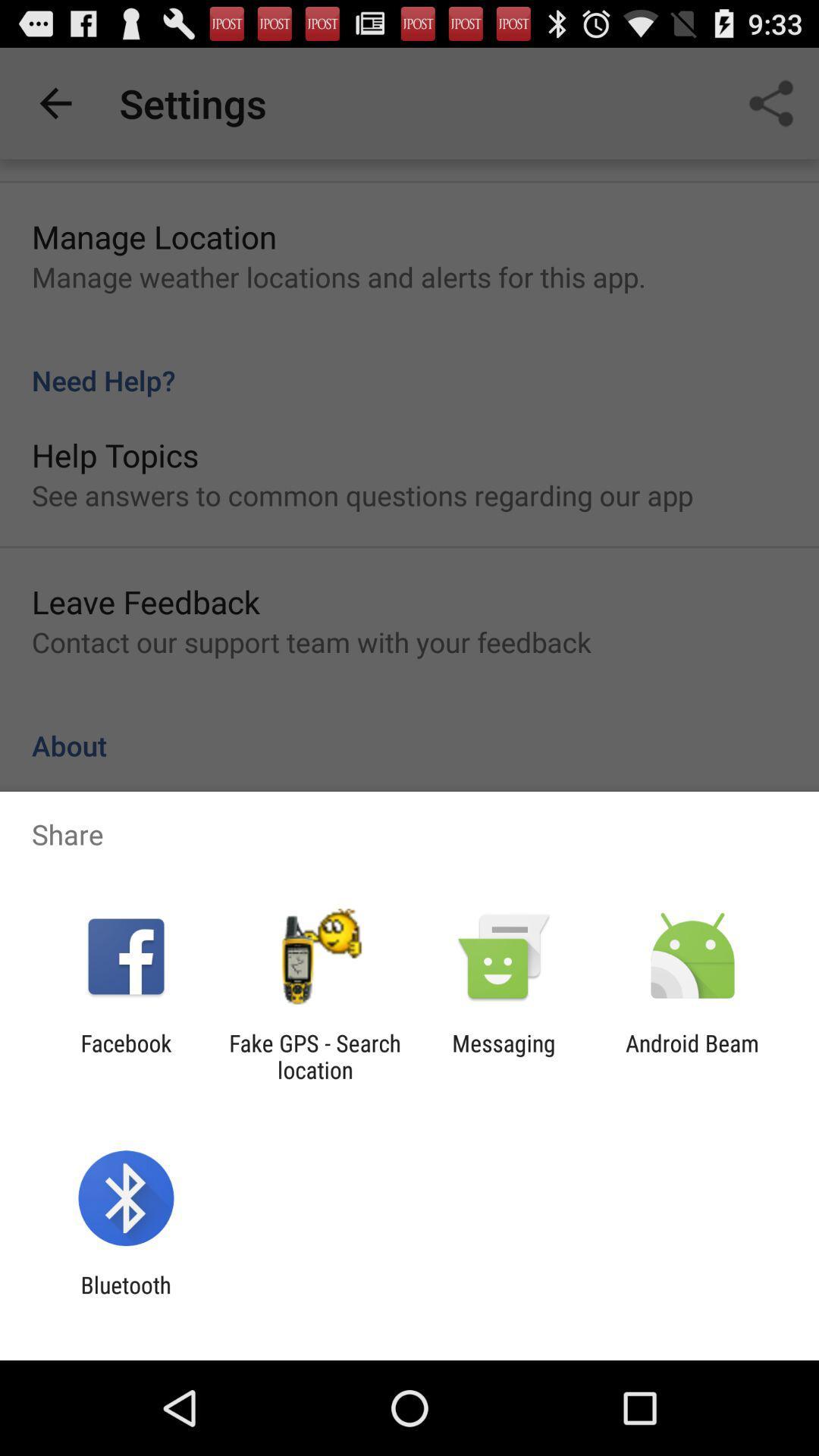  I want to click on the item next to the messaging icon, so click(314, 1056).